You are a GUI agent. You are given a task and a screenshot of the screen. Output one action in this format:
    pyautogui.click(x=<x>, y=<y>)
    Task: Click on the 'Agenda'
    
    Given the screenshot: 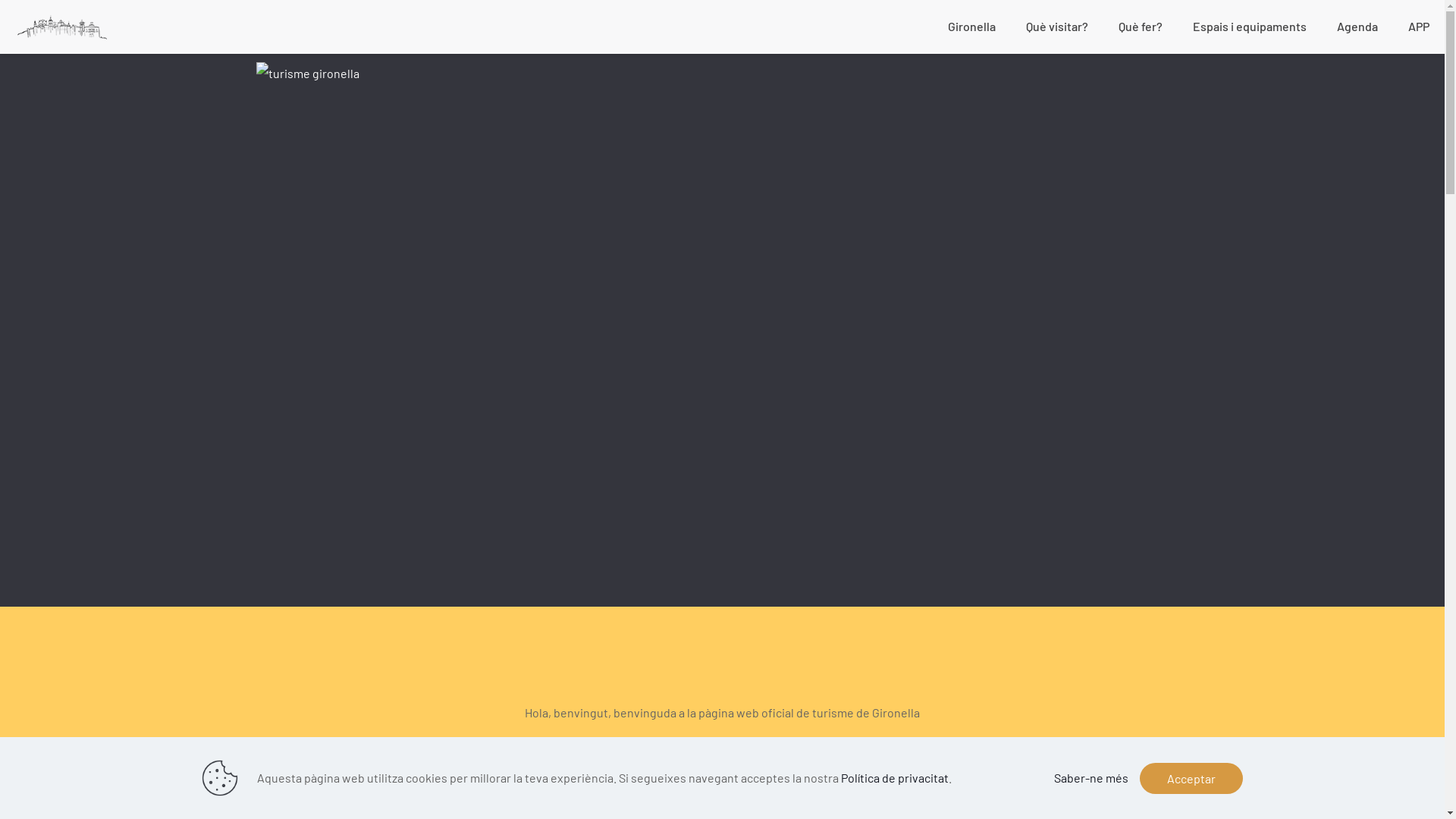 What is the action you would take?
    pyautogui.click(x=1357, y=26)
    